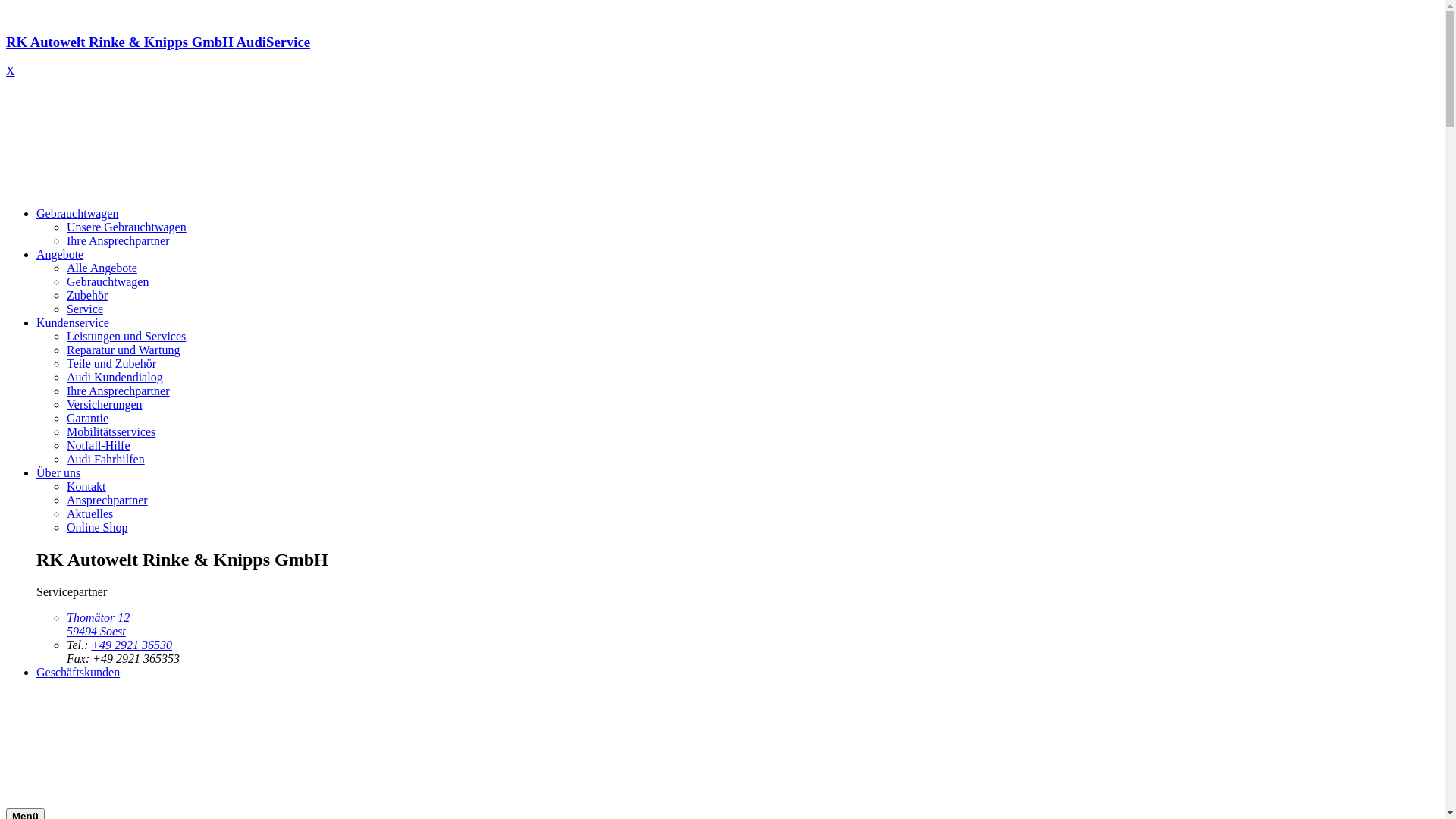  I want to click on 'Kundenservice', so click(72, 322).